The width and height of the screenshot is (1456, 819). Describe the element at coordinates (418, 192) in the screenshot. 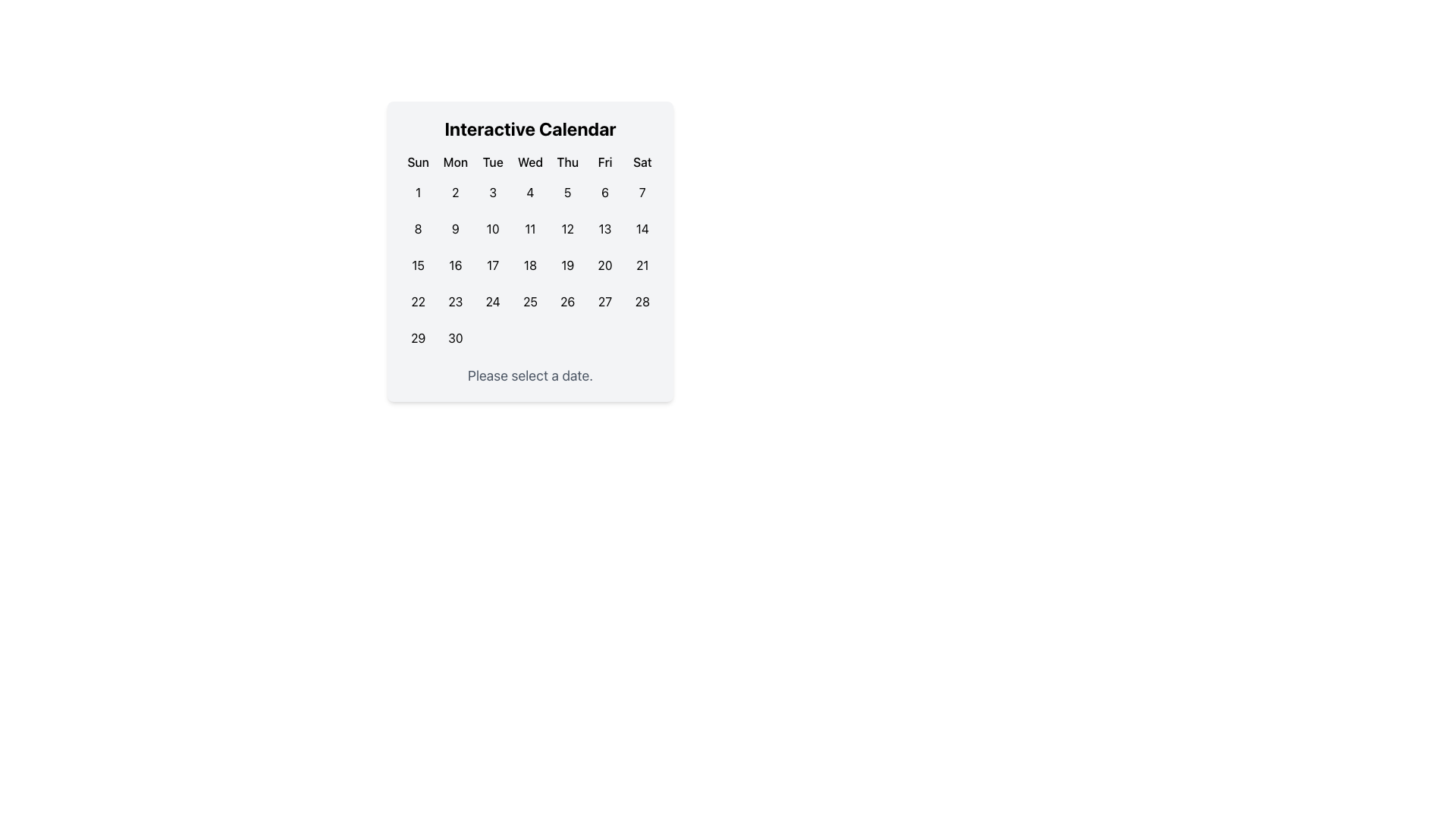

I see `the first day of the month in the calendar view` at that location.